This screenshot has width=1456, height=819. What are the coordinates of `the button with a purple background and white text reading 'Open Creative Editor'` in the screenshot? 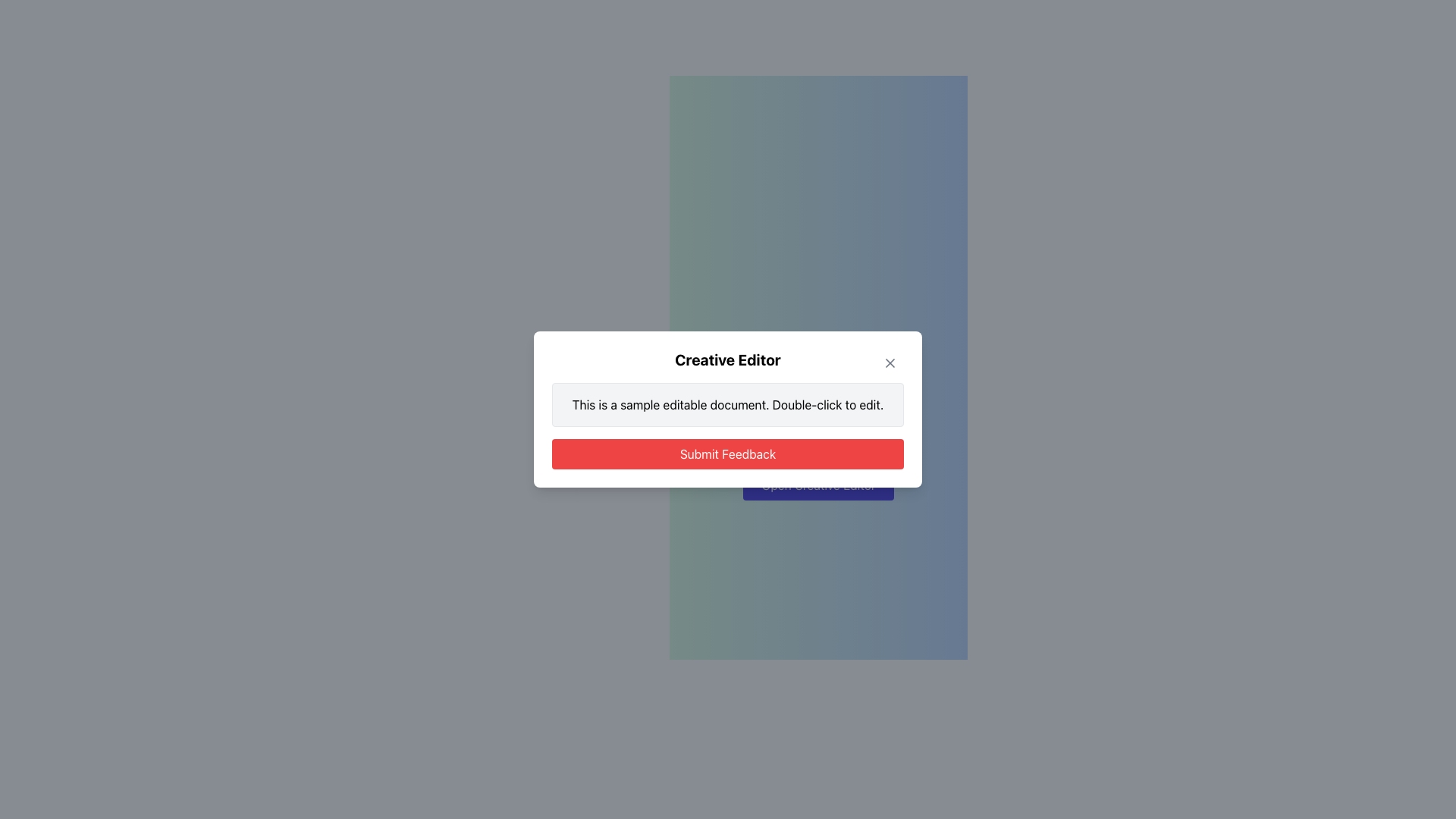 It's located at (817, 485).